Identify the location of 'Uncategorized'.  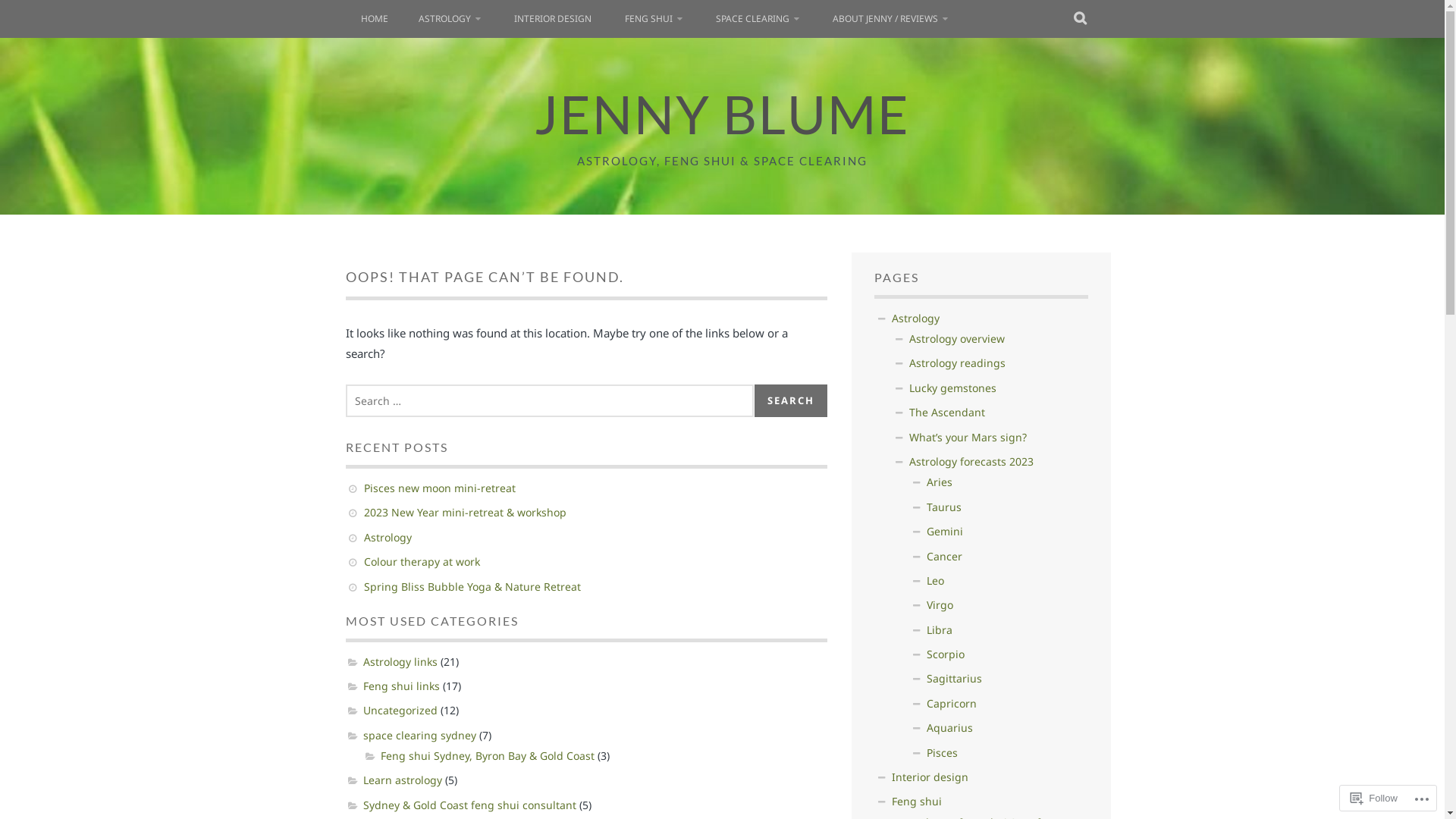
(362, 710).